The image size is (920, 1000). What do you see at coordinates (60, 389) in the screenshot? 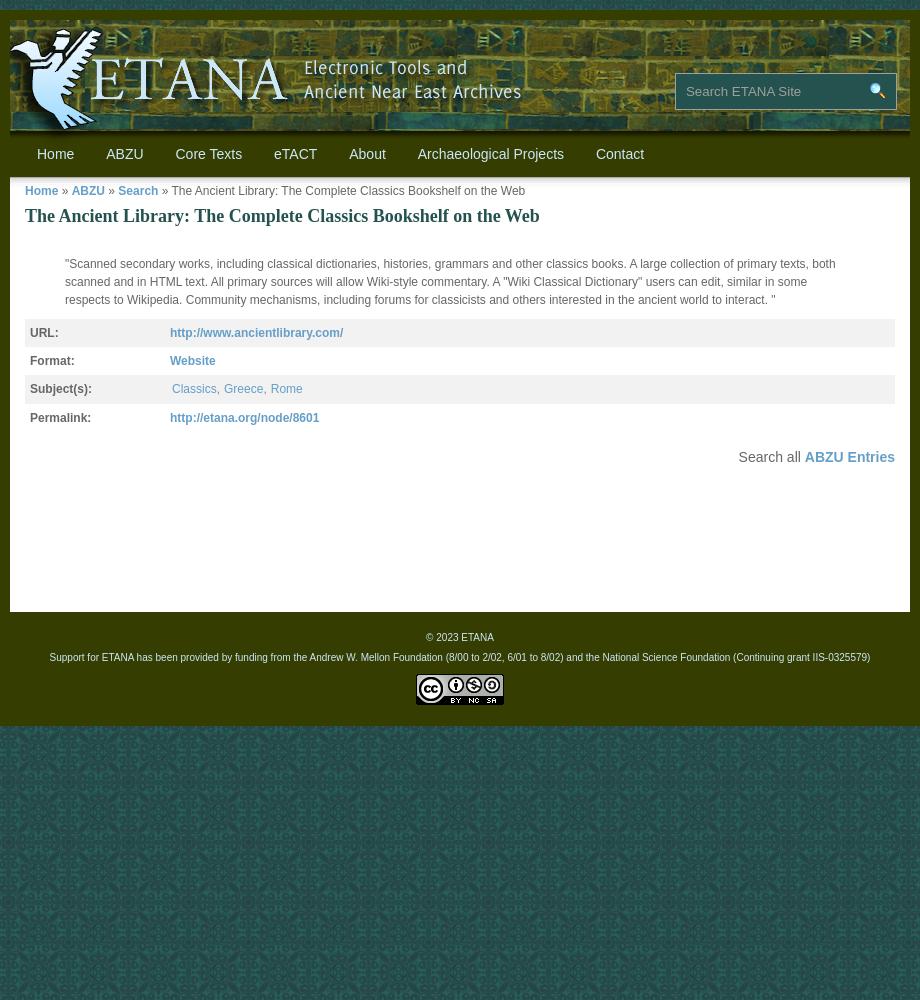
I see `'Subject(s):'` at bounding box center [60, 389].